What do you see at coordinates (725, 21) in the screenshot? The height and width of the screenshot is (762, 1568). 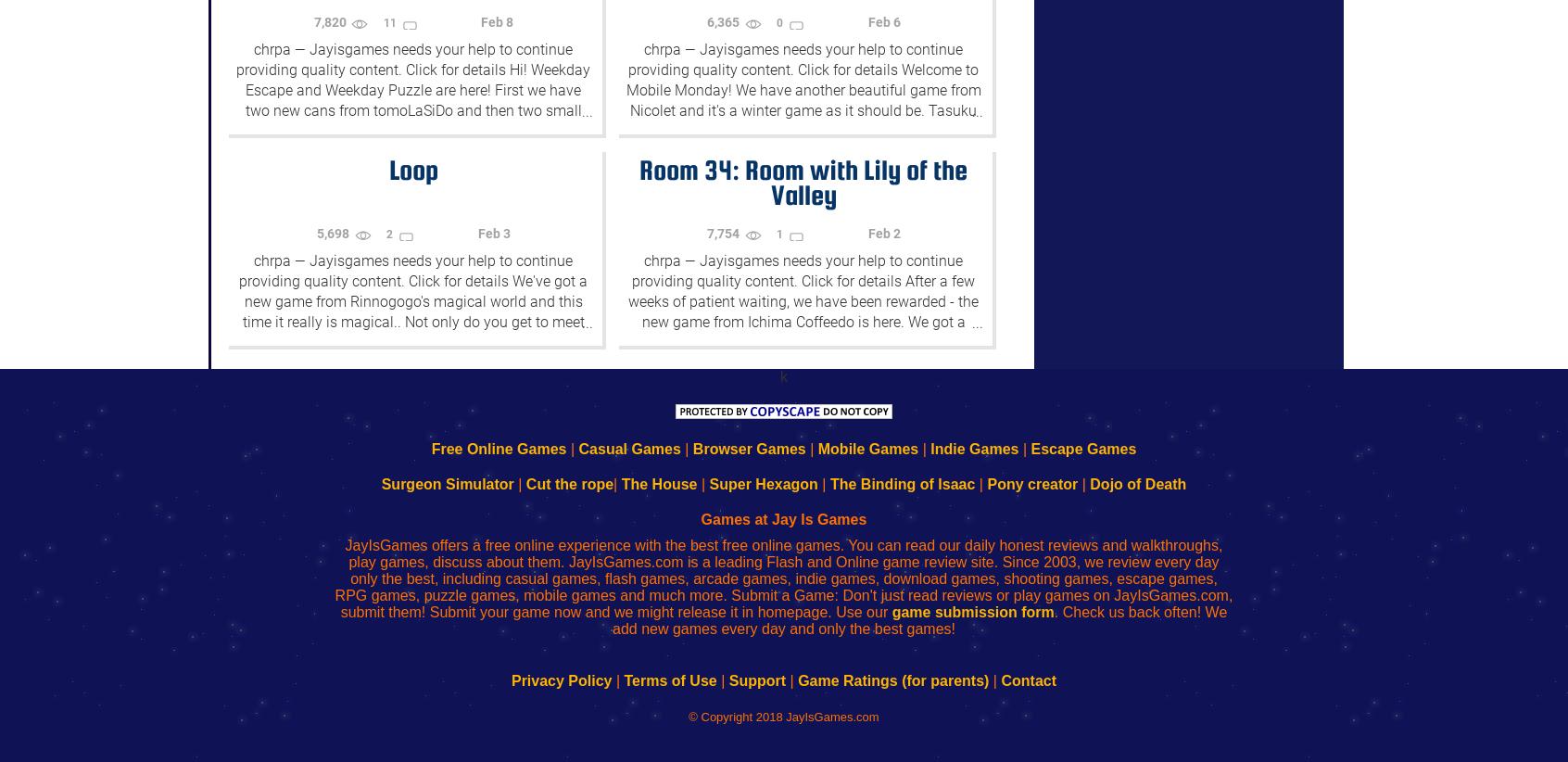 I see `'6,365'` at bounding box center [725, 21].